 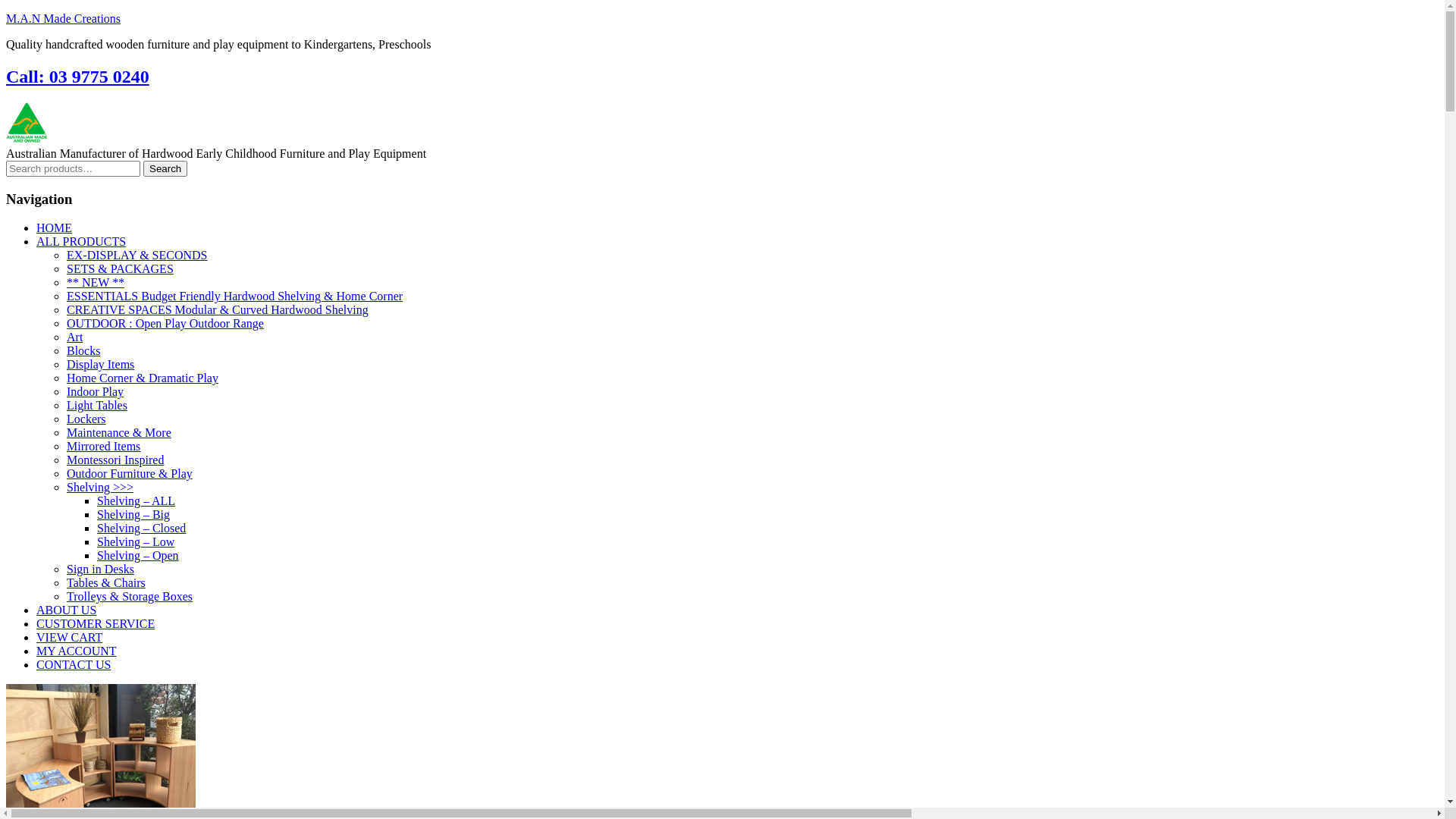 What do you see at coordinates (36, 637) in the screenshot?
I see `'VIEW CART'` at bounding box center [36, 637].